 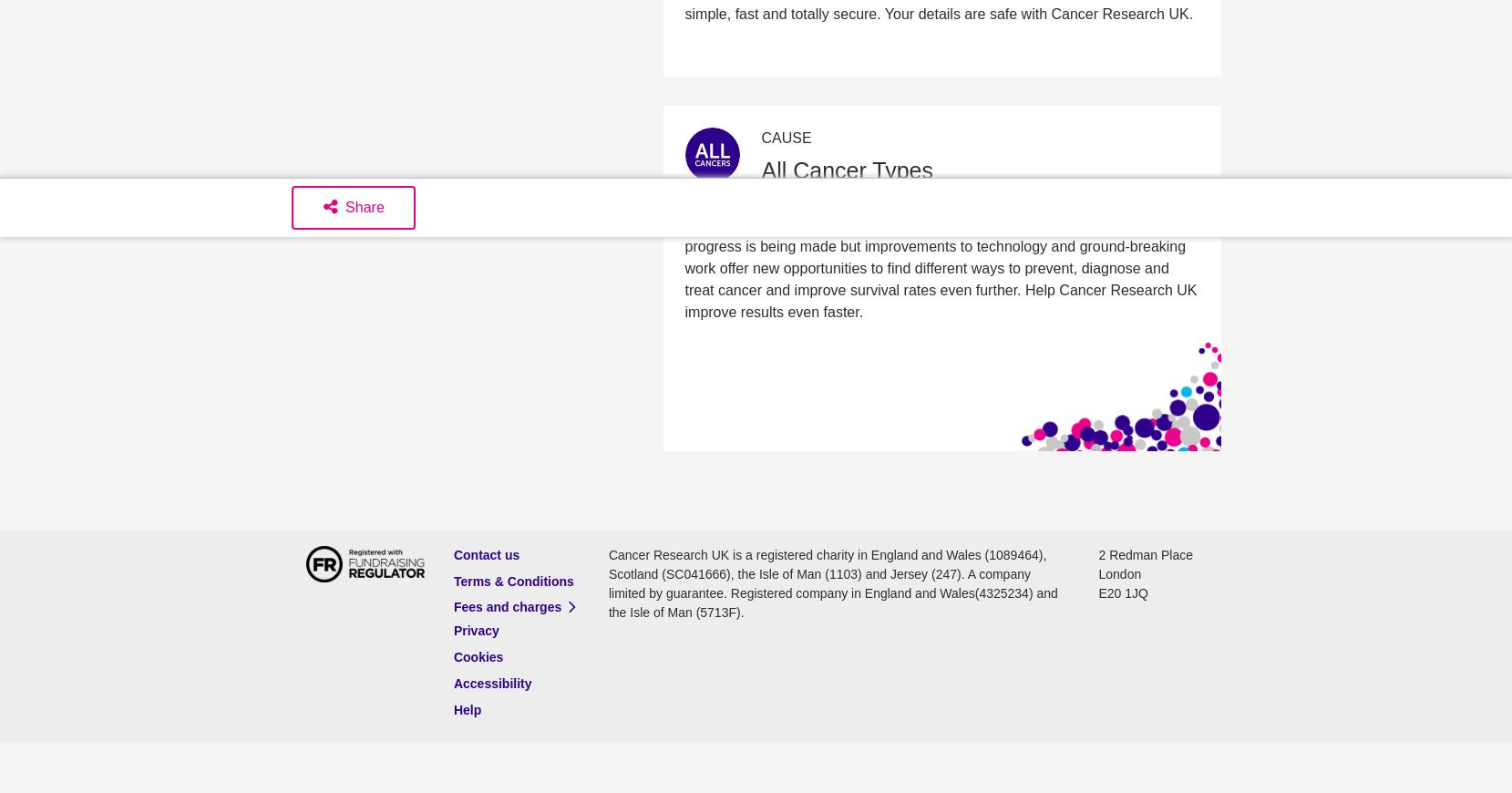 I want to click on 'Cookies', so click(x=477, y=656).